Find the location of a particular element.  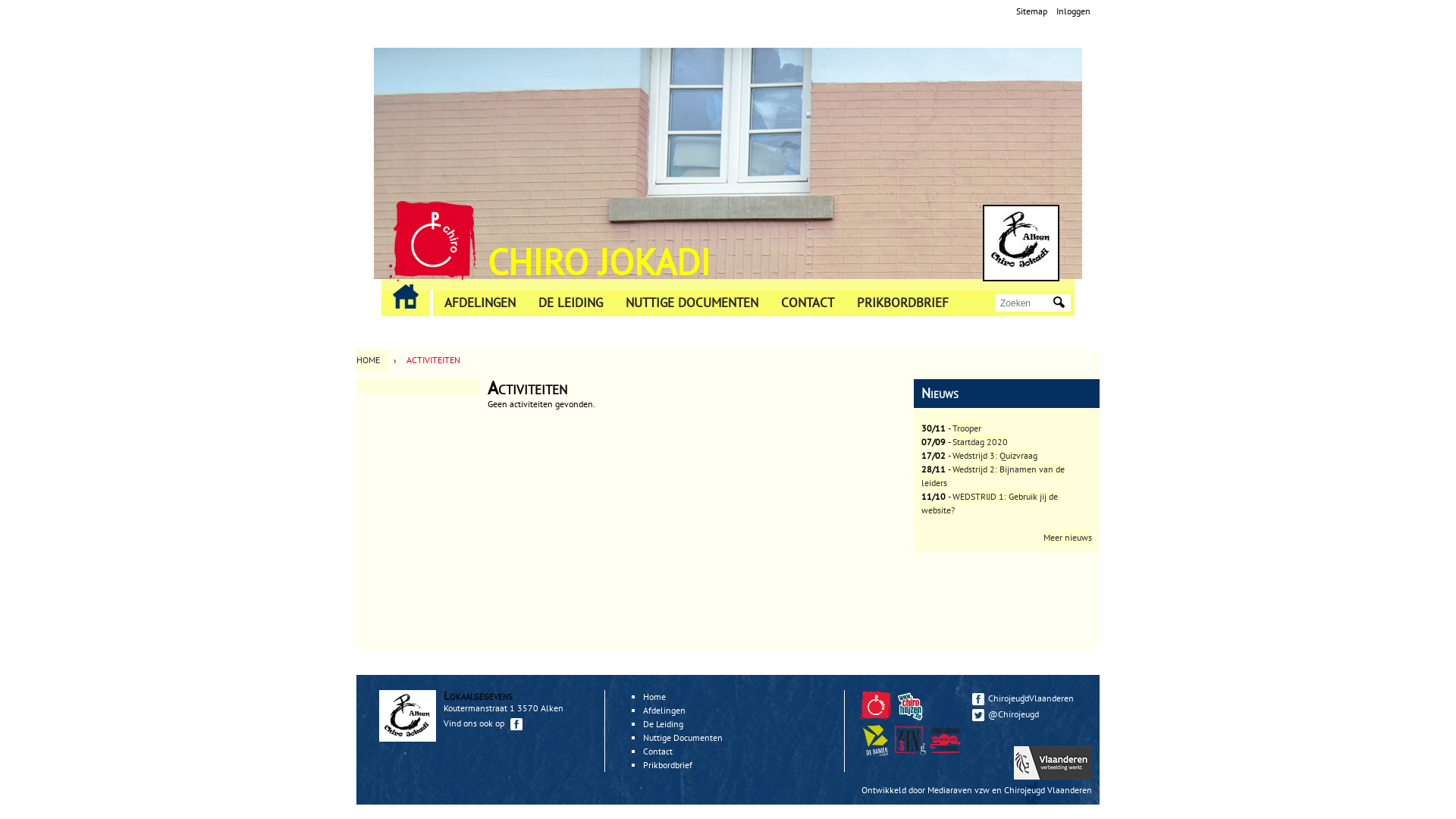

'PRIKBORDBRIEF' is located at coordinates (902, 303).